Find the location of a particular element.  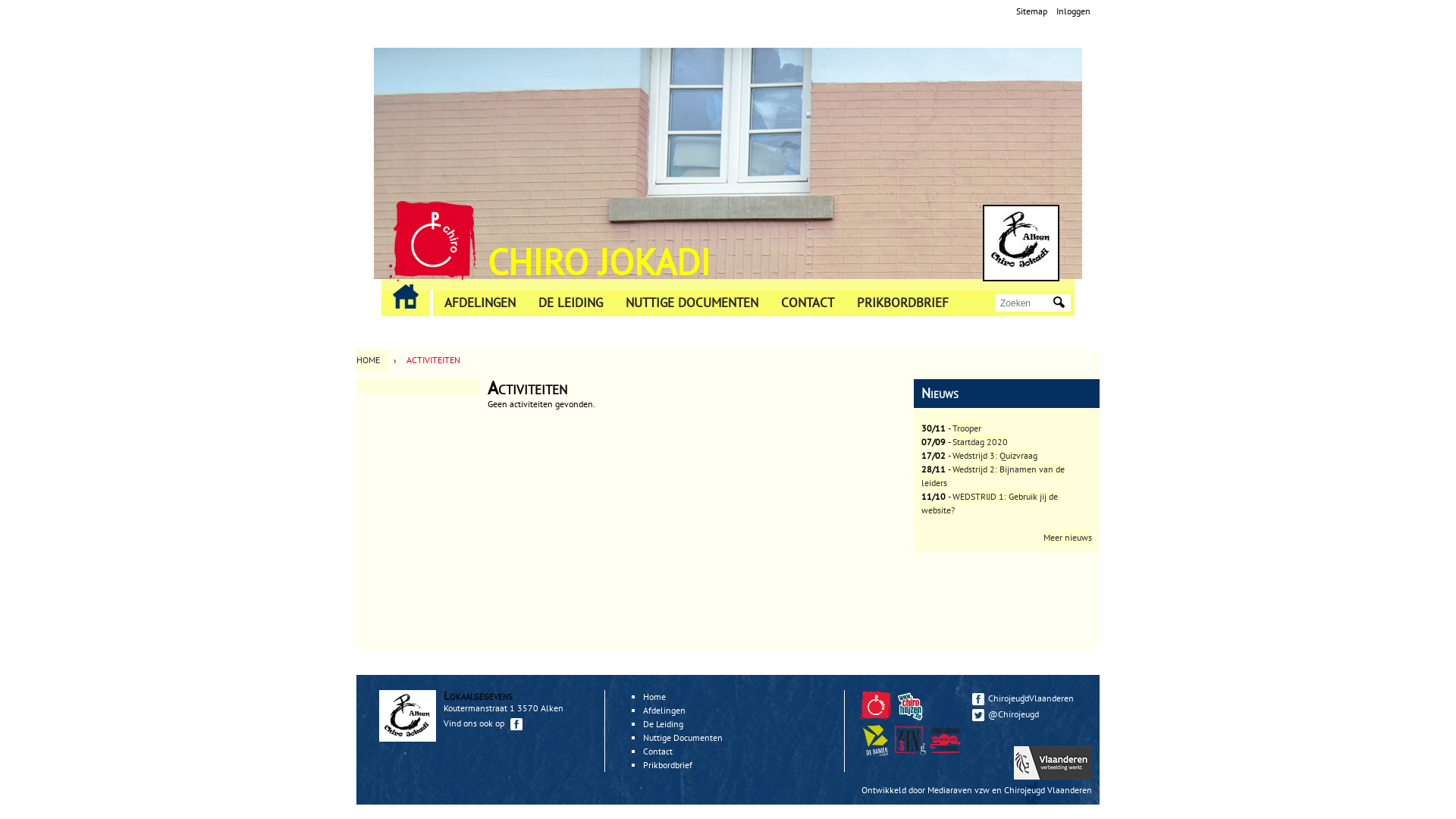

'PRIKBORDBRIEF' is located at coordinates (902, 303).